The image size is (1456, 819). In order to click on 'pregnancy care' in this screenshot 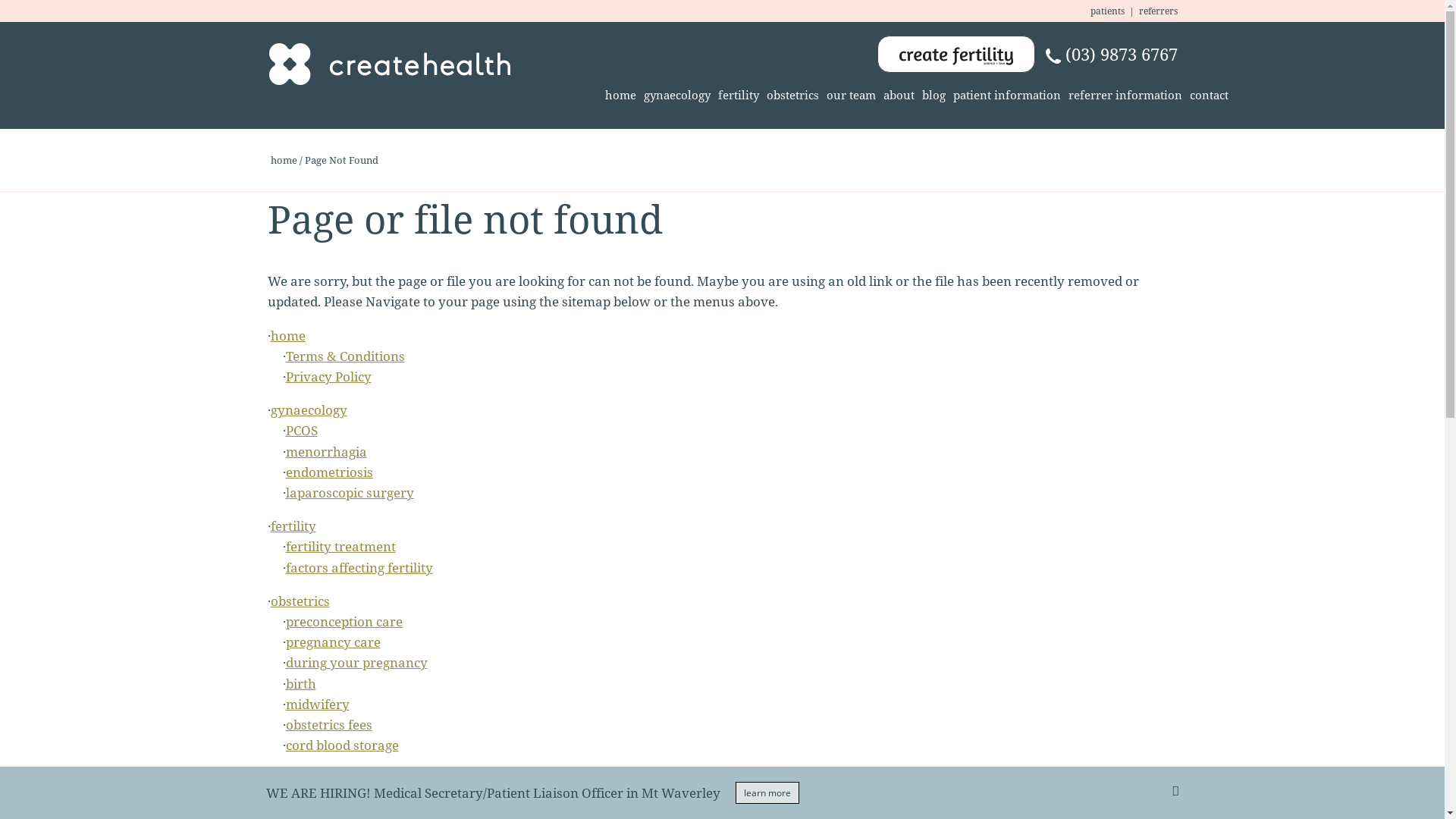, I will do `click(284, 642)`.